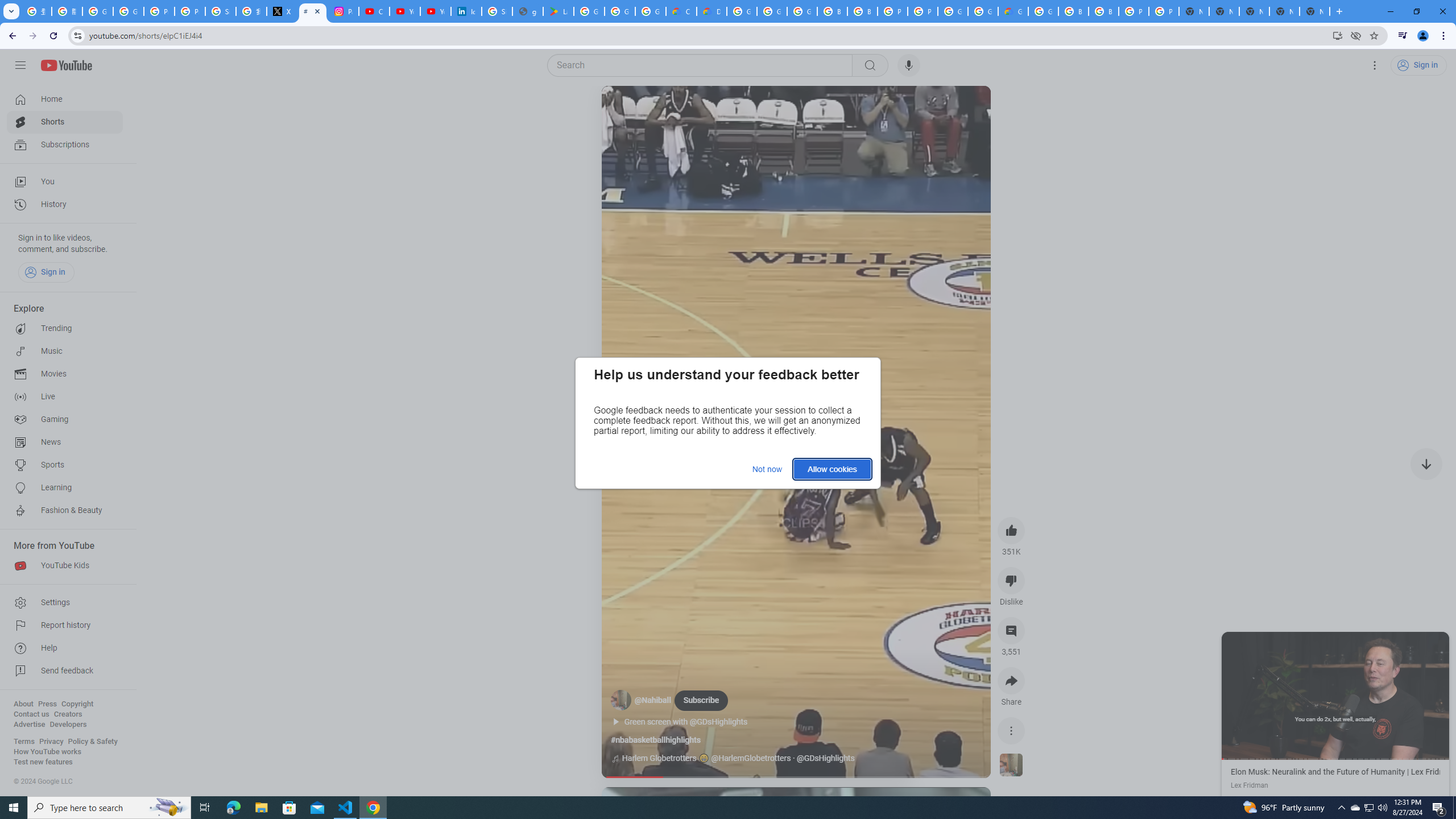  Describe the element at coordinates (1011, 530) in the screenshot. I see `'like this video along with 351K other people'` at that location.